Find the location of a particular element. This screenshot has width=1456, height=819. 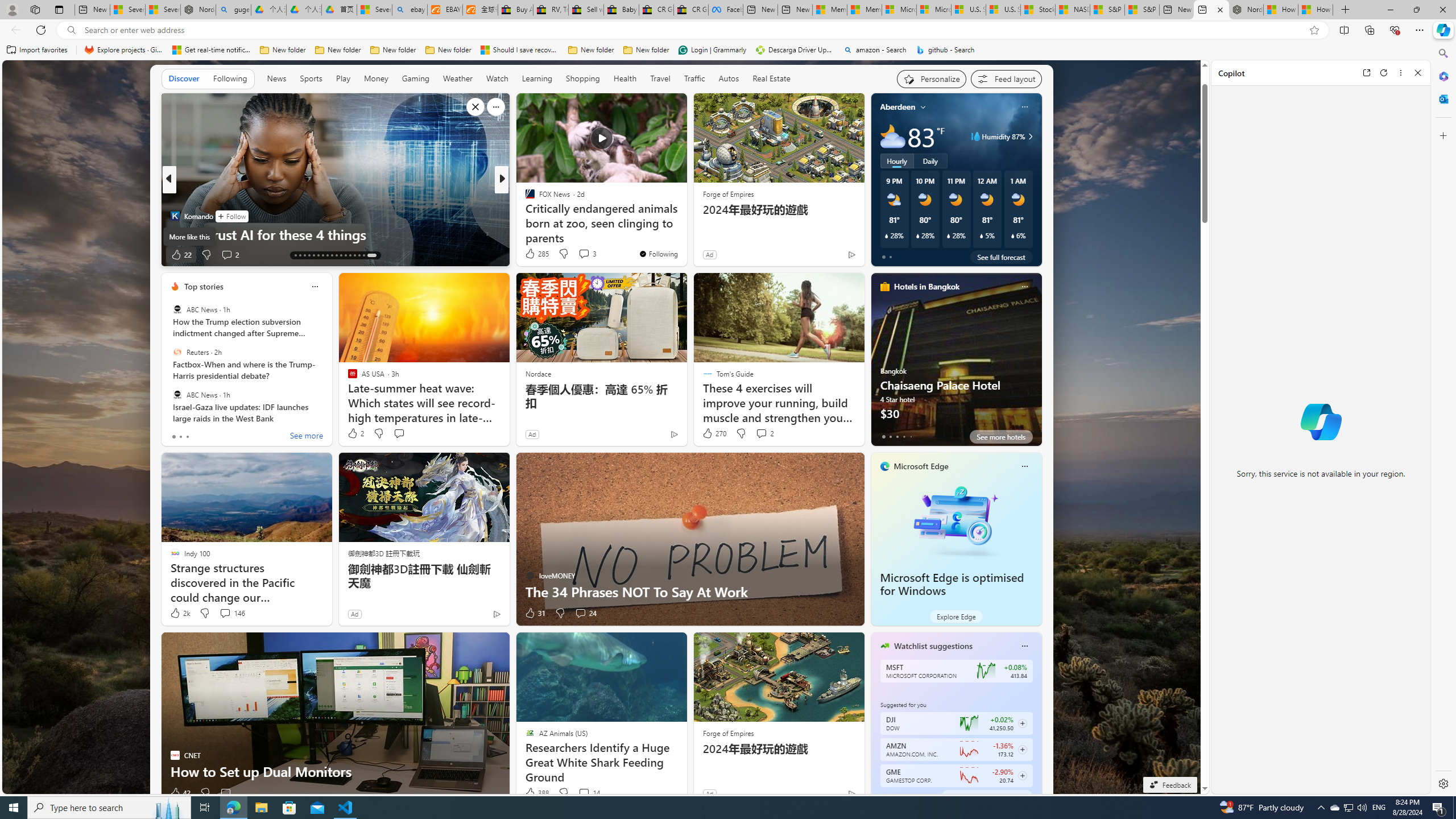

'Watchlist suggestions' is located at coordinates (932, 646).